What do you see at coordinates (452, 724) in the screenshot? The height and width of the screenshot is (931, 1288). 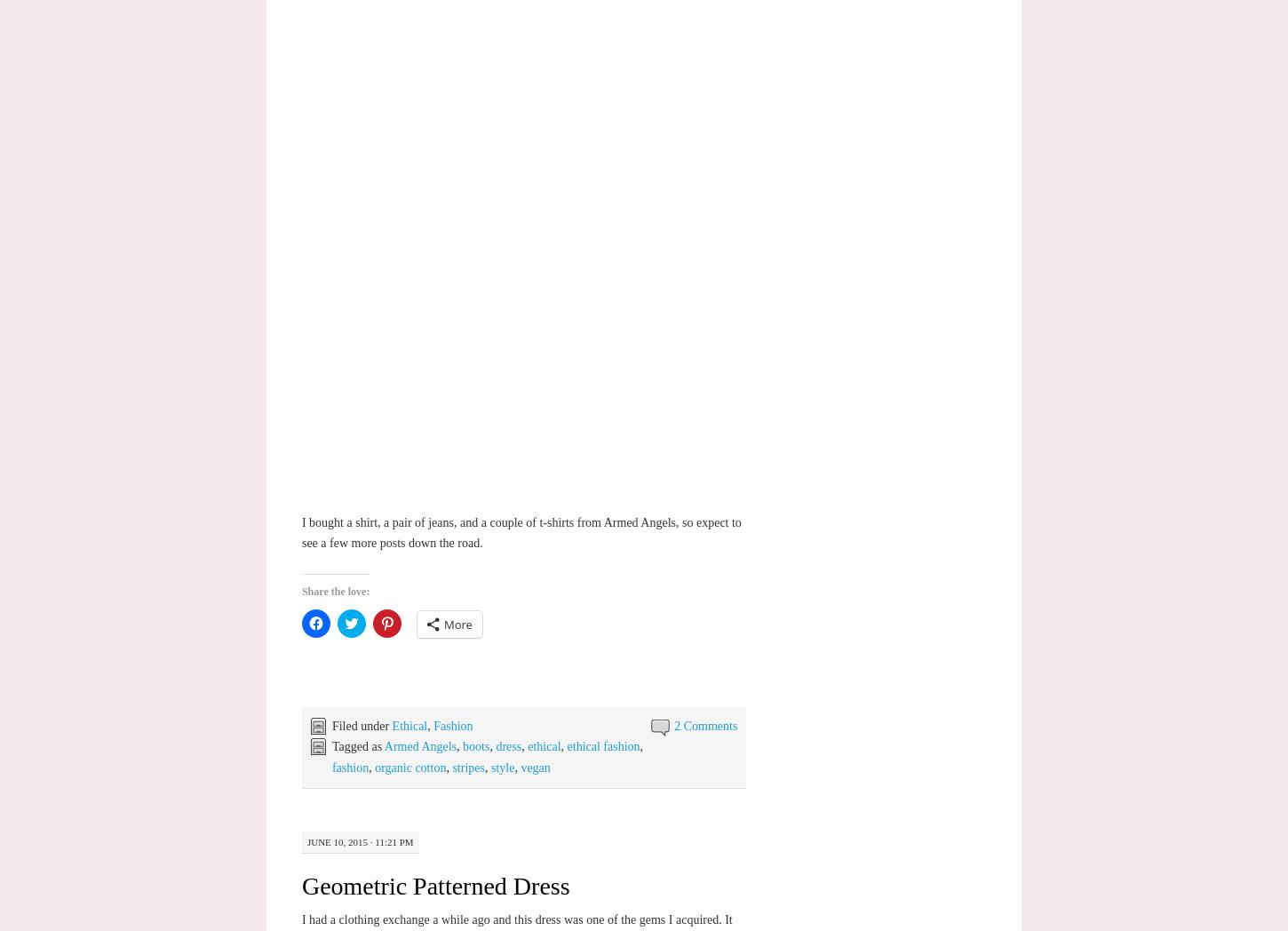 I see `'Fashion'` at bounding box center [452, 724].